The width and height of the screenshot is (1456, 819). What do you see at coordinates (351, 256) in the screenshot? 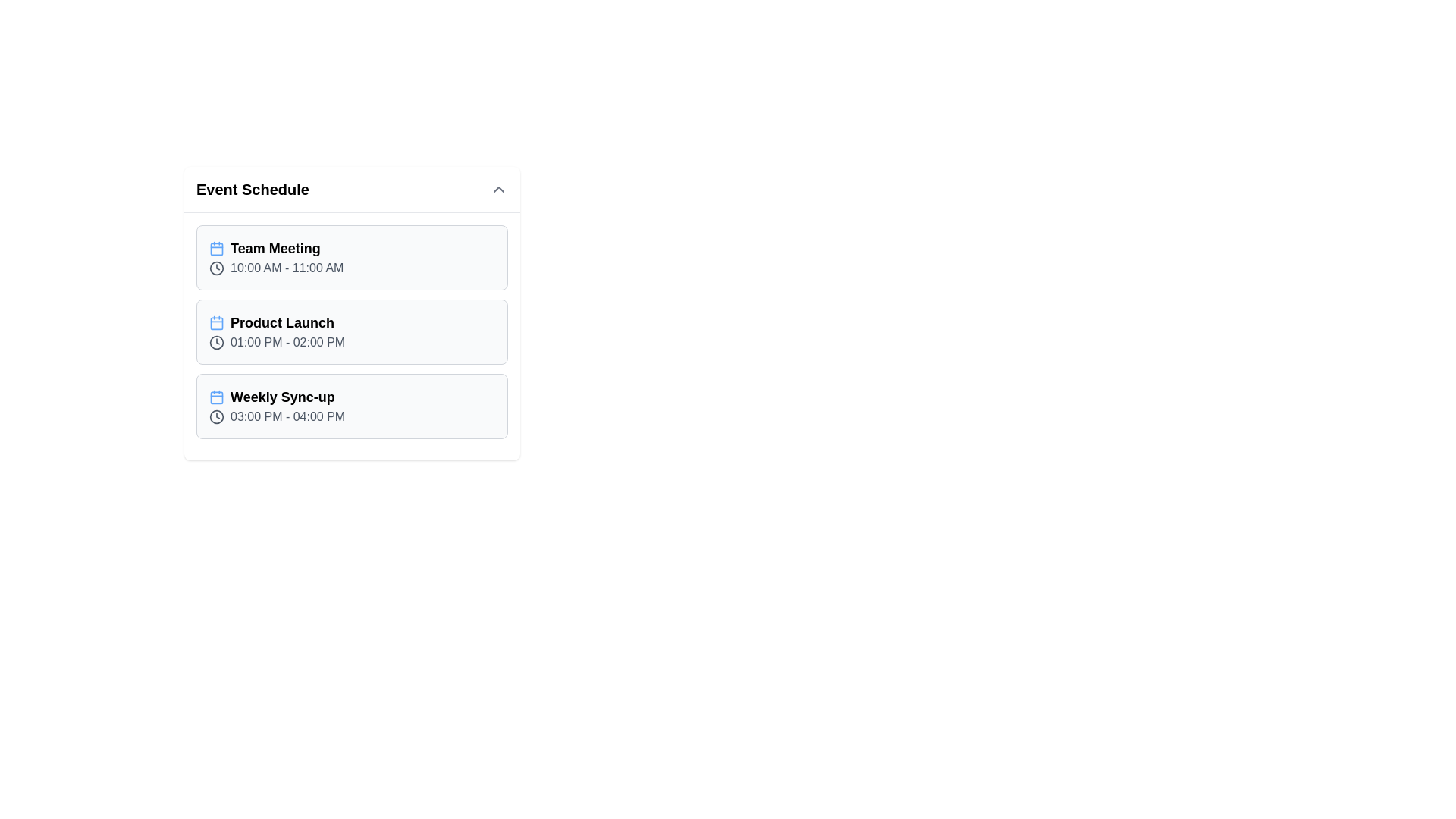
I see `the List Item element displaying 'Team Meeting' scheduled from '10:00 AM - 11:00 AM', which is the first entry under 'Event Schedule'` at bounding box center [351, 256].